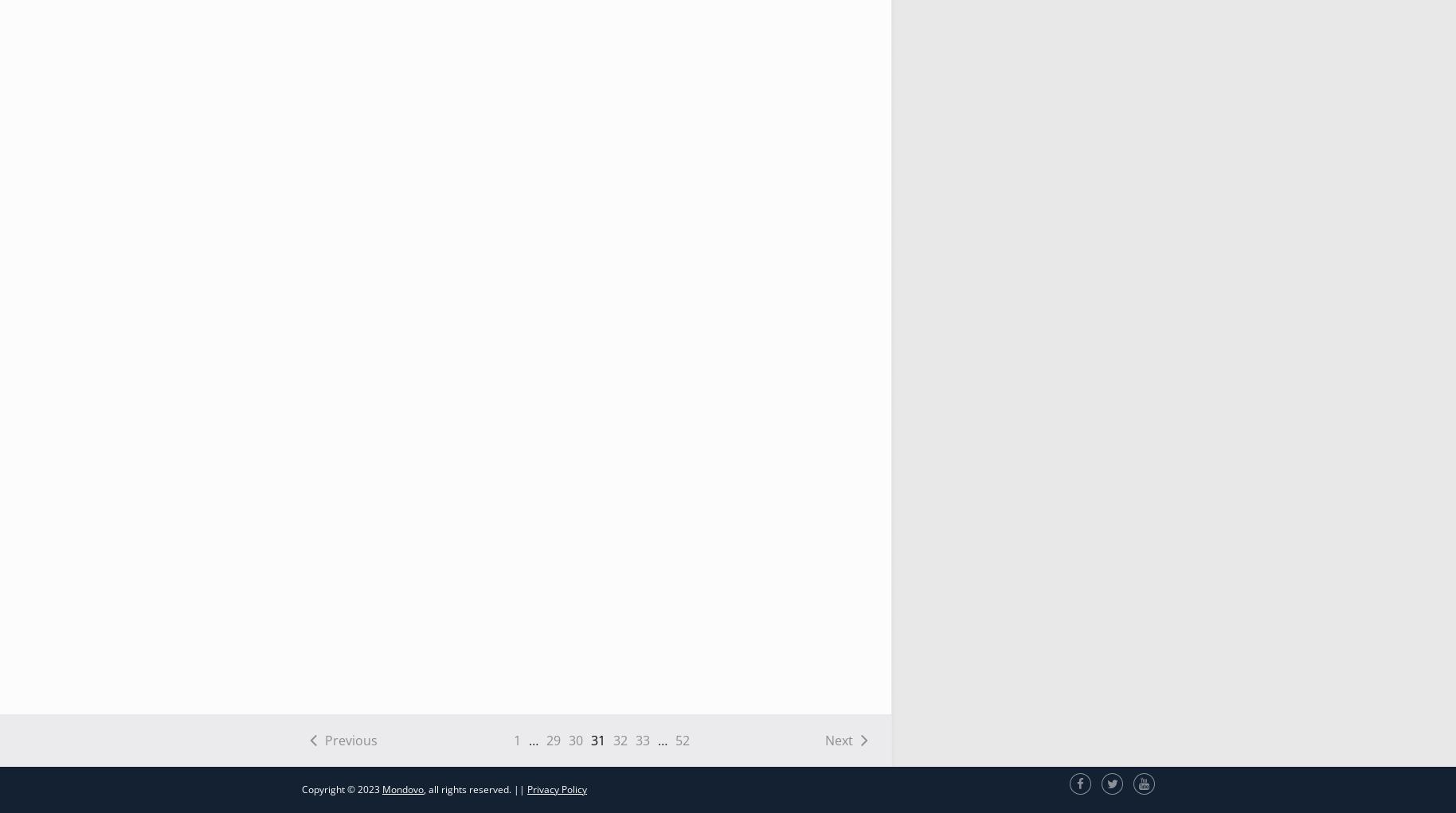 The height and width of the screenshot is (813, 1456). What do you see at coordinates (551, 740) in the screenshot?
I see `'29'` at bounding box center [551, 740].